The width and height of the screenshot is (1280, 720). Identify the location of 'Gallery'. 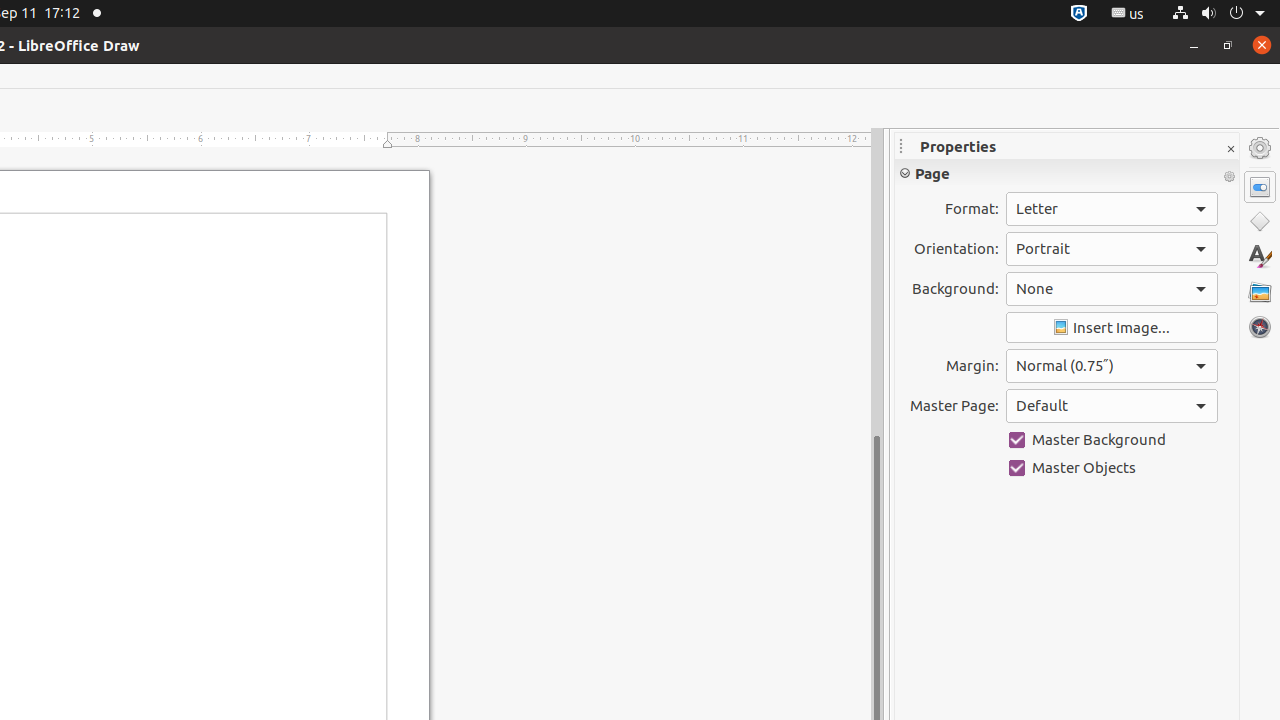
(1259, 292).